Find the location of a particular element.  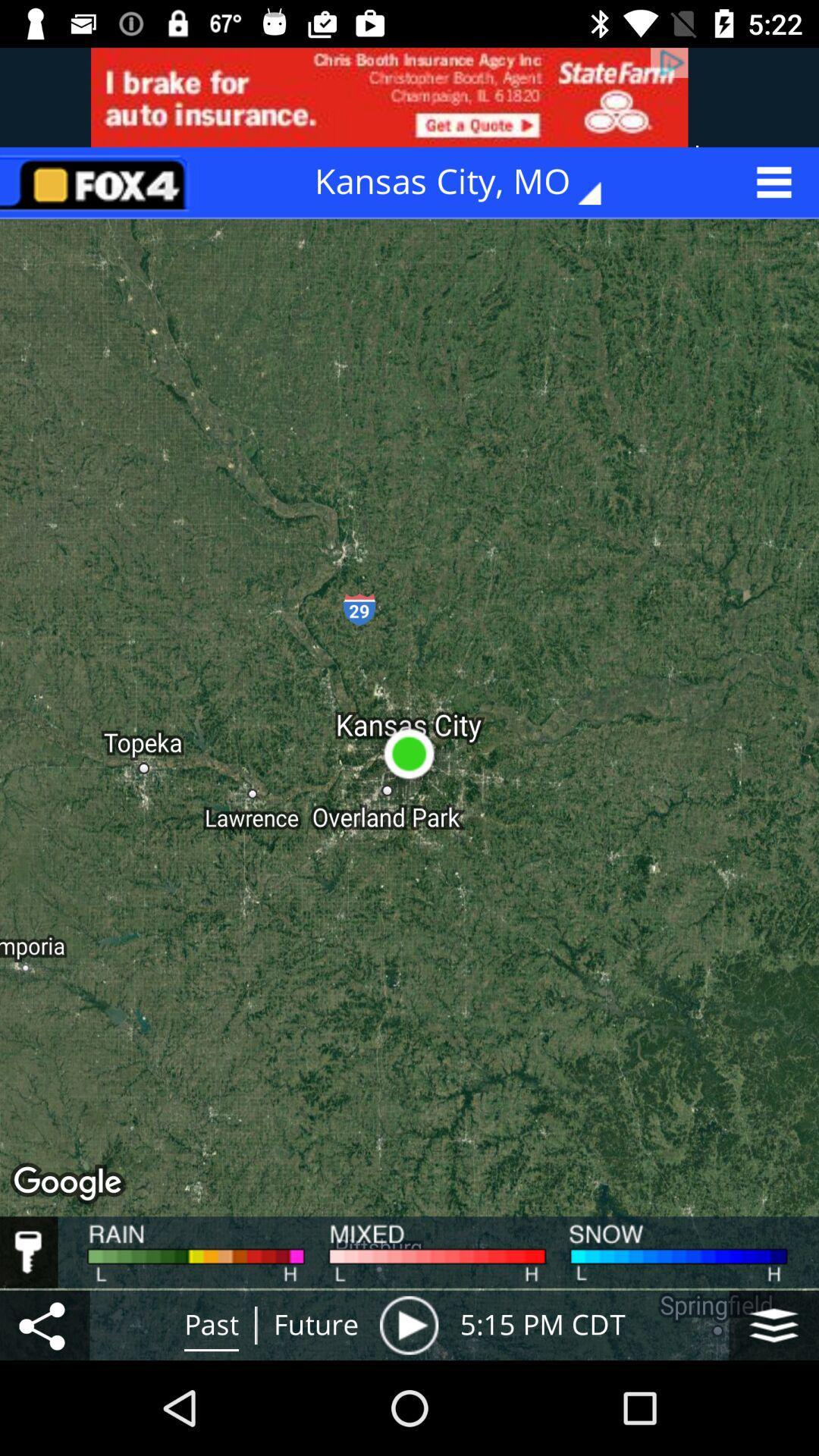

the share icon is located at coordinates (44, 1324).